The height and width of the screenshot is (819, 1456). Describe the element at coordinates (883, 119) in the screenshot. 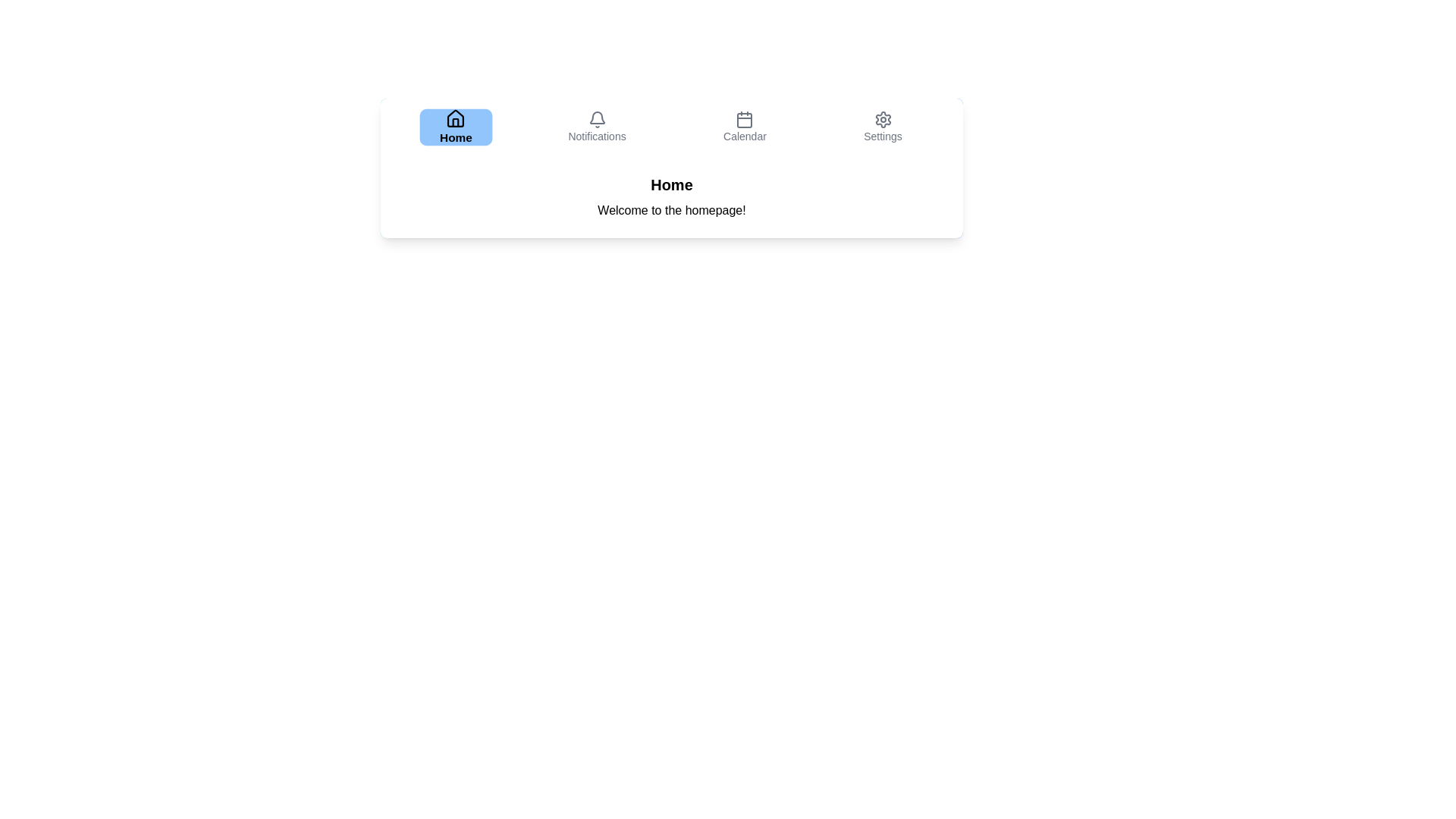

I see `the settings icon located in the top-right part of the interface` at that location.